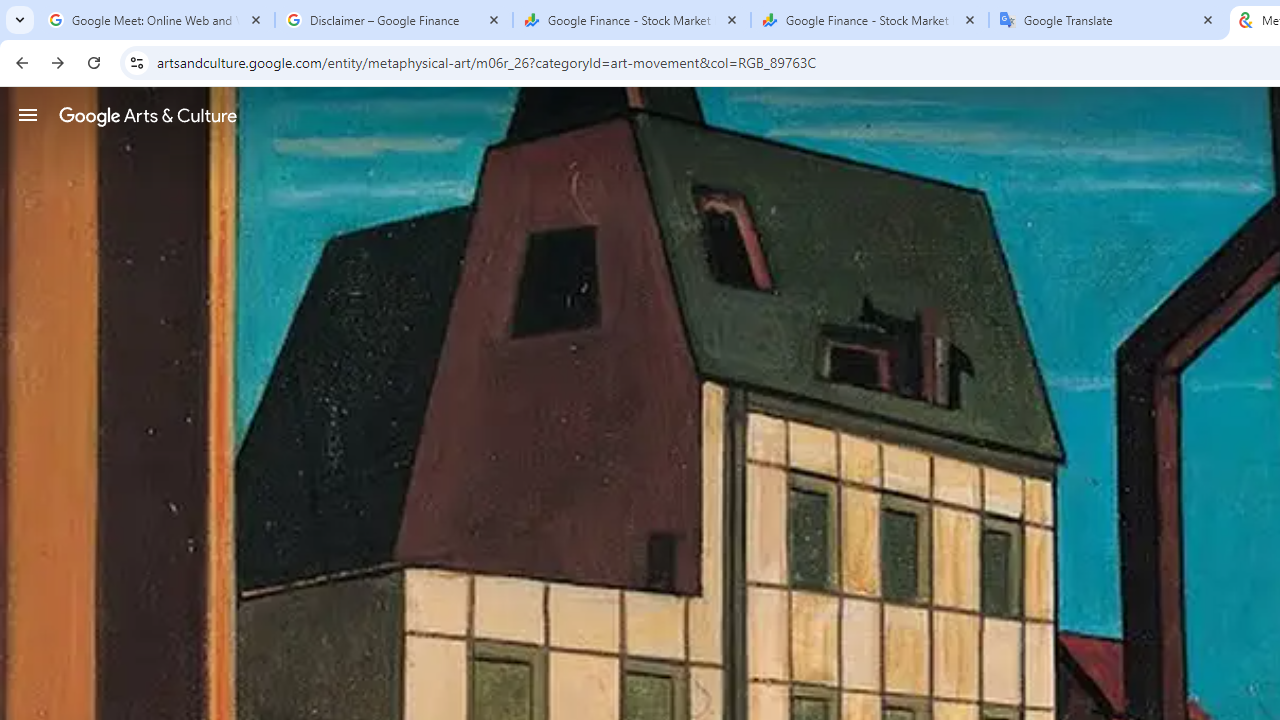 This screenshot has width=1280, height=720. I want to click on 'Menu', so click(28, 114).